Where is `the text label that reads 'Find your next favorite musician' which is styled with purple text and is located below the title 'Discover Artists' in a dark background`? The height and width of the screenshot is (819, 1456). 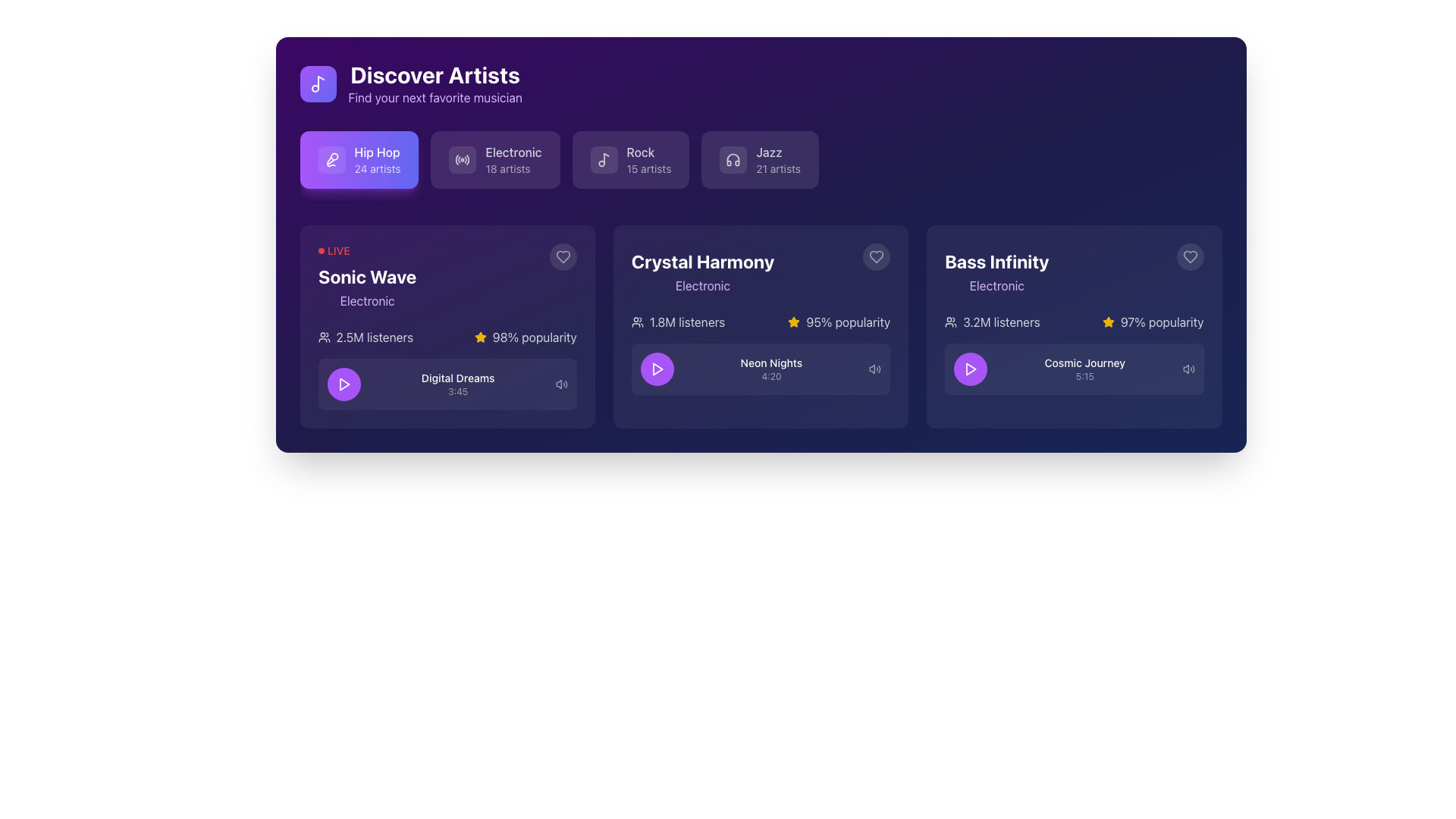
the text label that reads 'Find your next favorite musician' which is styled with purple text and is located below the title 'Discover Artists' in a dark background is located at coordinates (435, 97).